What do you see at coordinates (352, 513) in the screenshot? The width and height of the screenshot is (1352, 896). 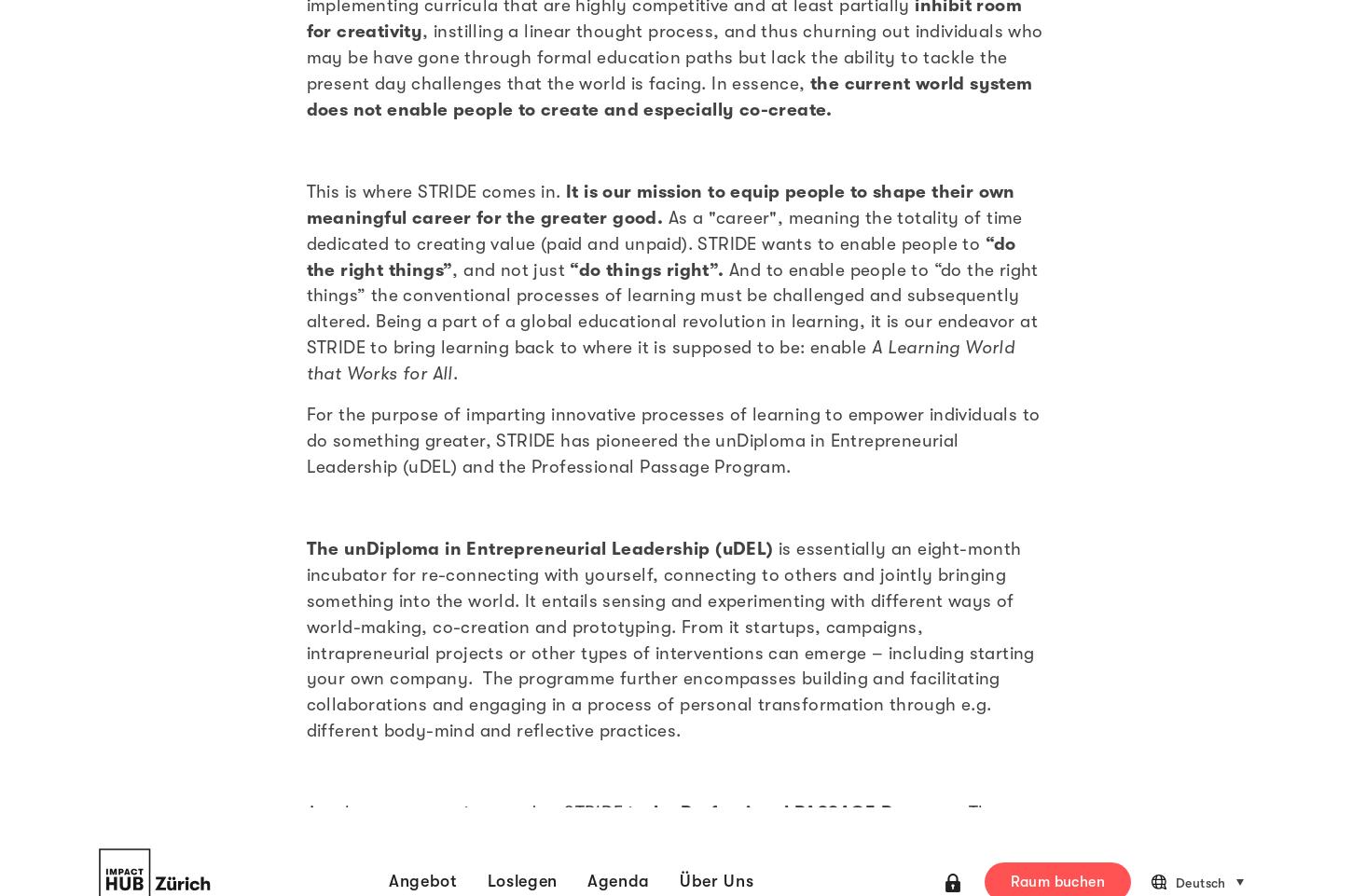 I see `'Werde Teil unserer Community'` at bounding box center [352, 513].